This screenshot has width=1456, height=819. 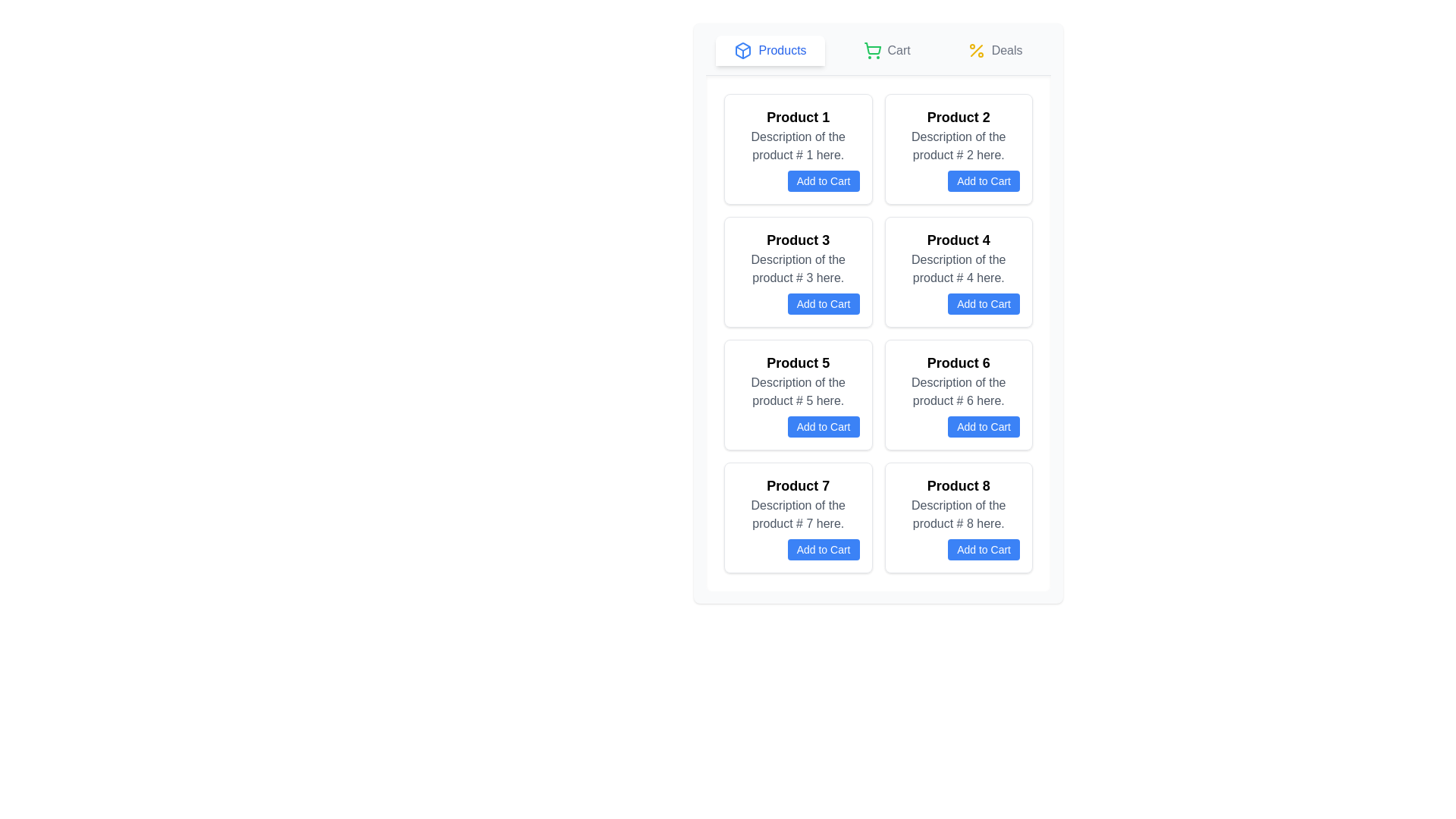 What do you see at coordinates (797, 304) in the screenshot?
I see `the 'Add to Cart' button for 'Product 3' located at the bottom right of its panel` at bounding box center [797, 304].